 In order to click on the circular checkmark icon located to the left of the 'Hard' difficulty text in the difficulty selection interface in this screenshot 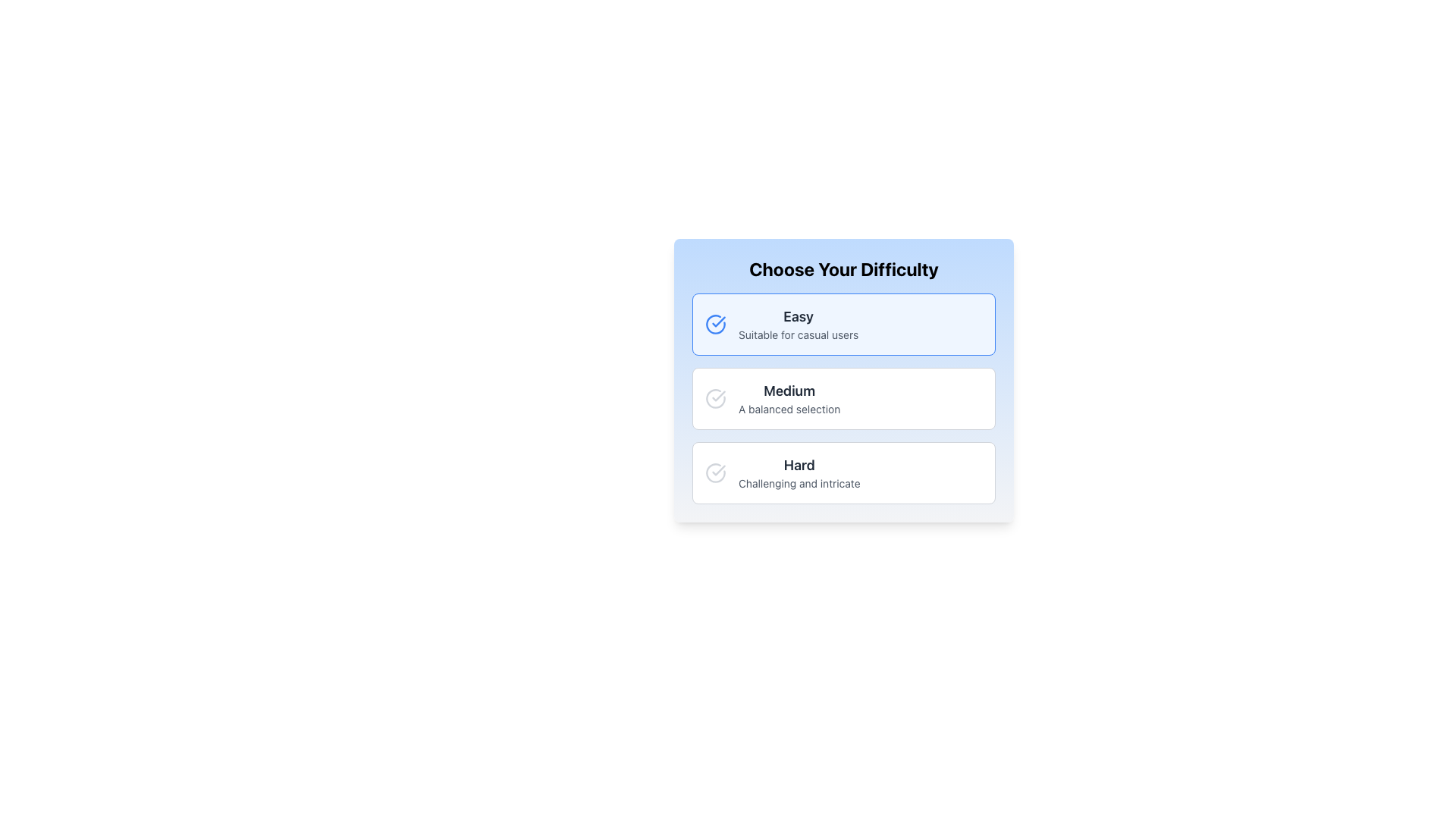, I will do `click(715, 472)`.